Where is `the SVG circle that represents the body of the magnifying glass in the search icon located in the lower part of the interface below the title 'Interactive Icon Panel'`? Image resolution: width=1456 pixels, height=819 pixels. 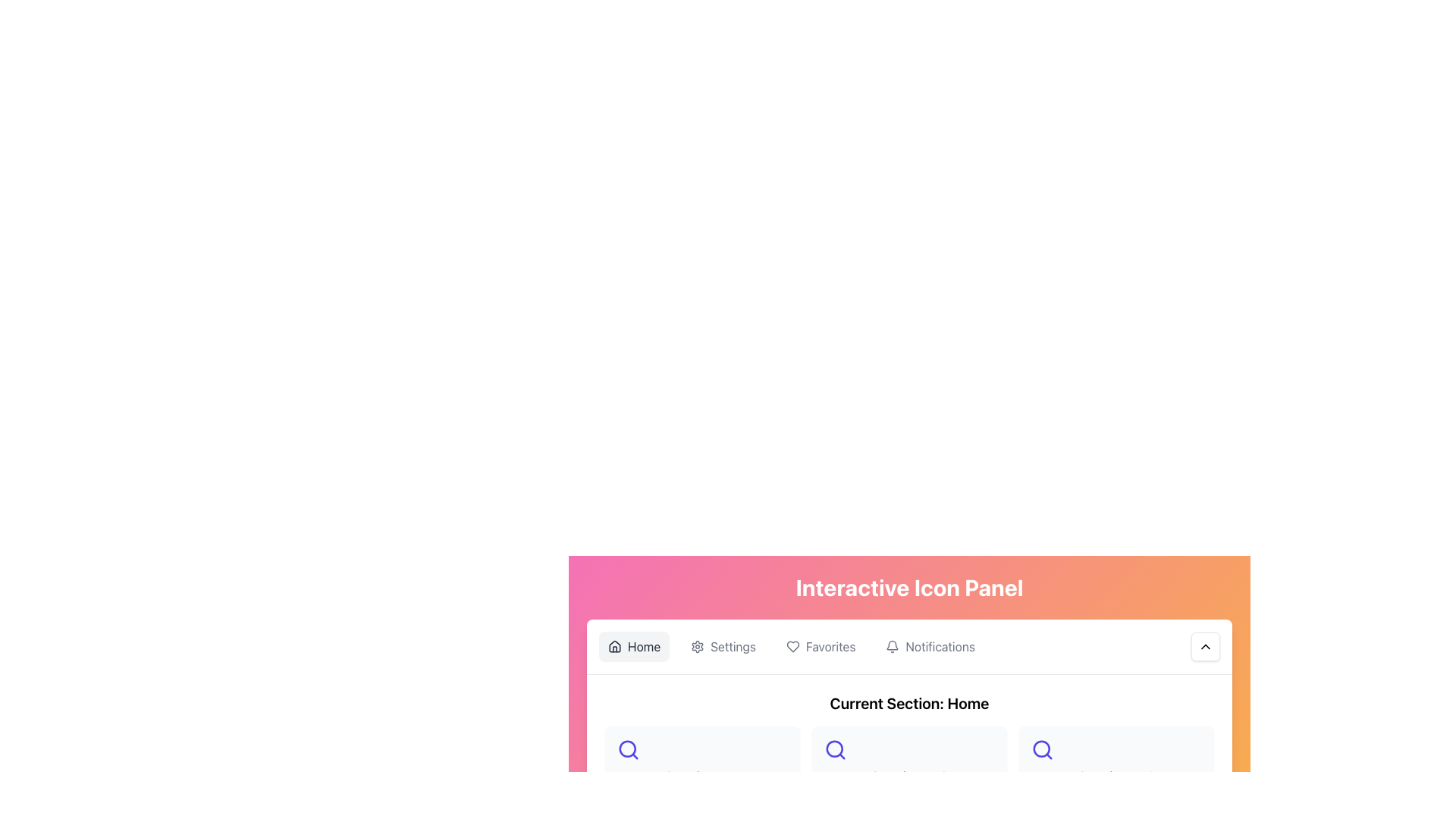
the SVG circle that represents the body of the magnifying glass in the search icon located in the lower part of the interface below the title 'Interactive Icon Panel' is located at coordinates (833, 748).